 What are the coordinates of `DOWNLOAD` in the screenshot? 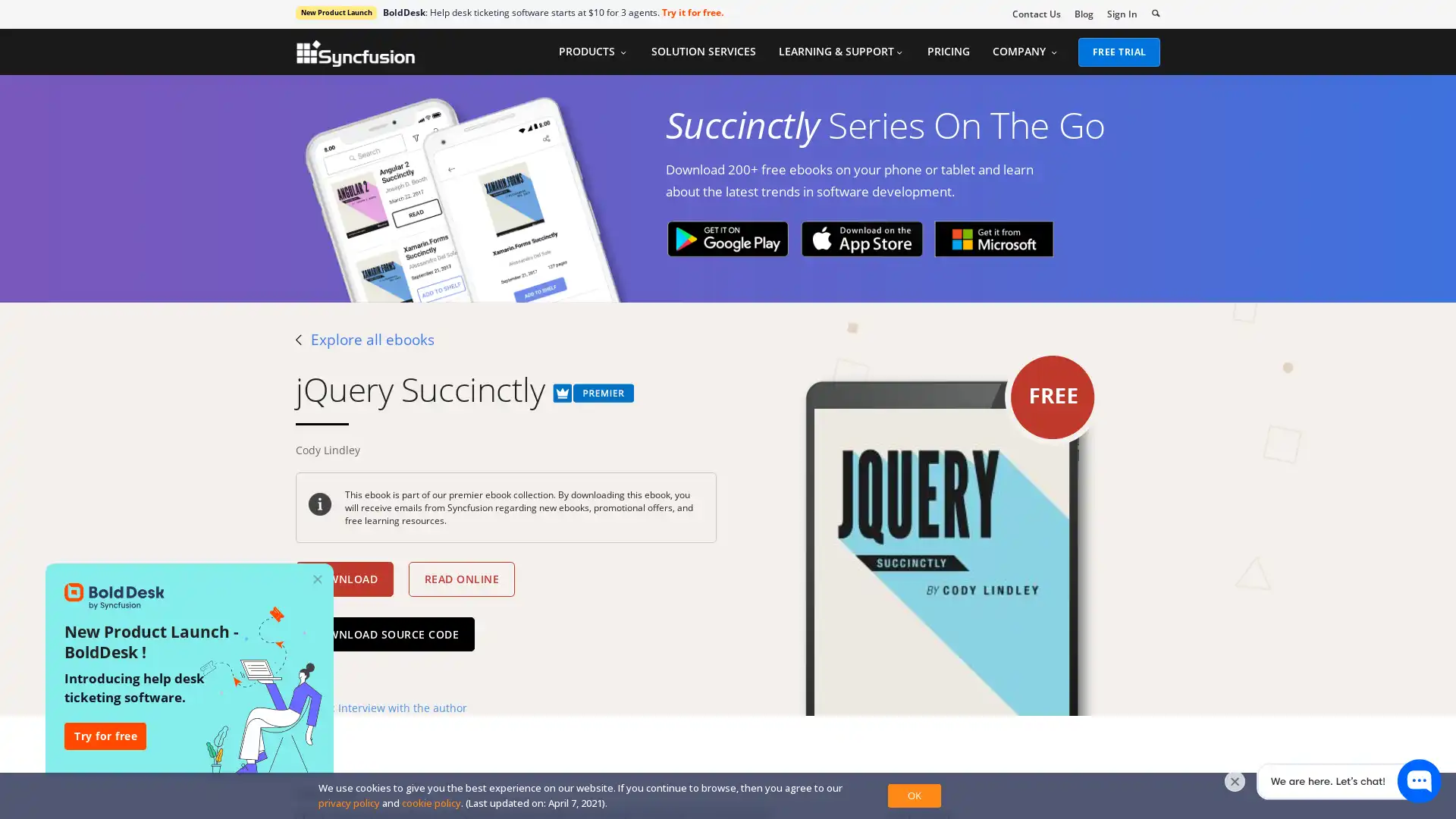 It's located at (344, 579).